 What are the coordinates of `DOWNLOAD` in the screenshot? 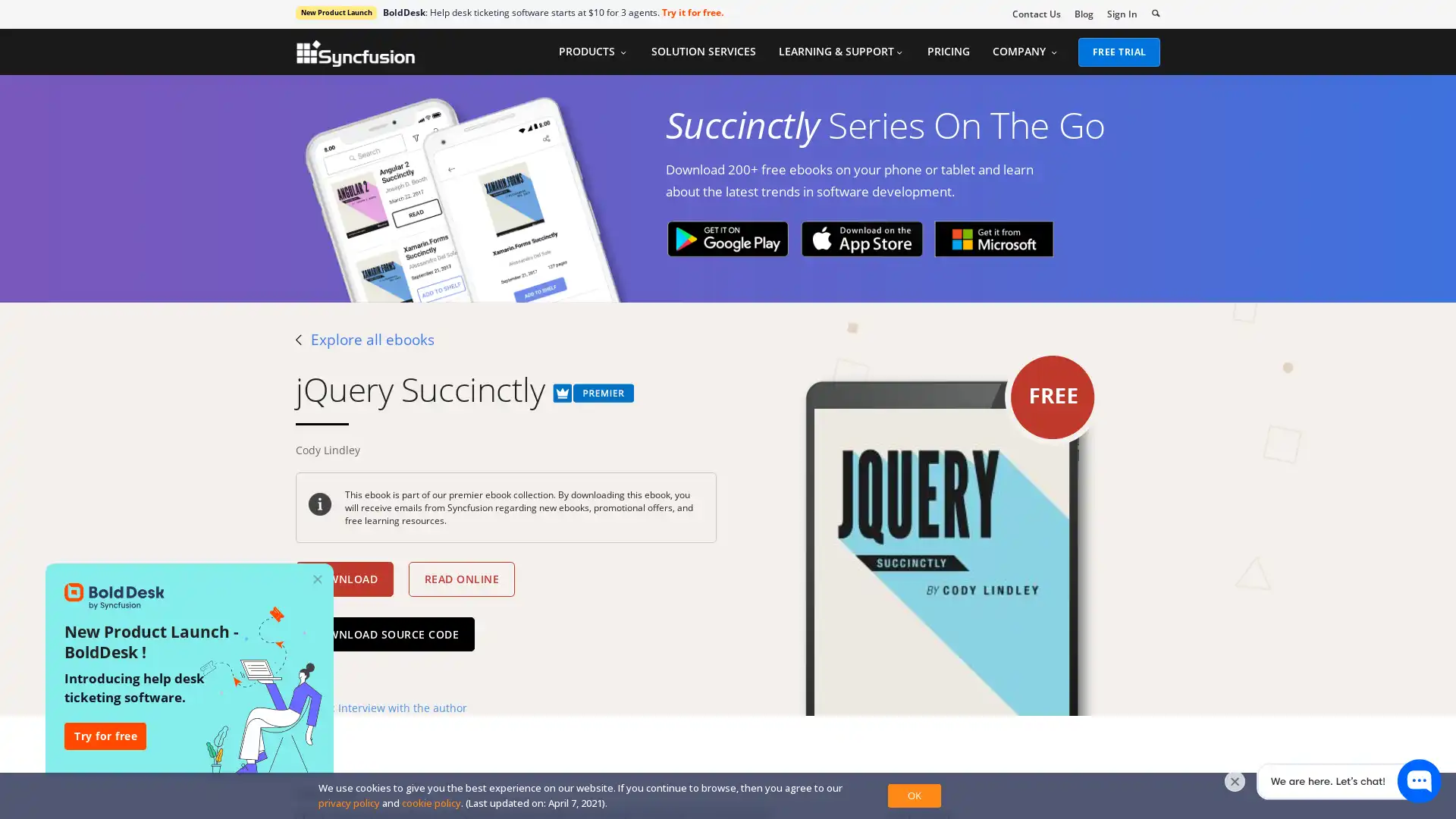 It's located at (344, 579).